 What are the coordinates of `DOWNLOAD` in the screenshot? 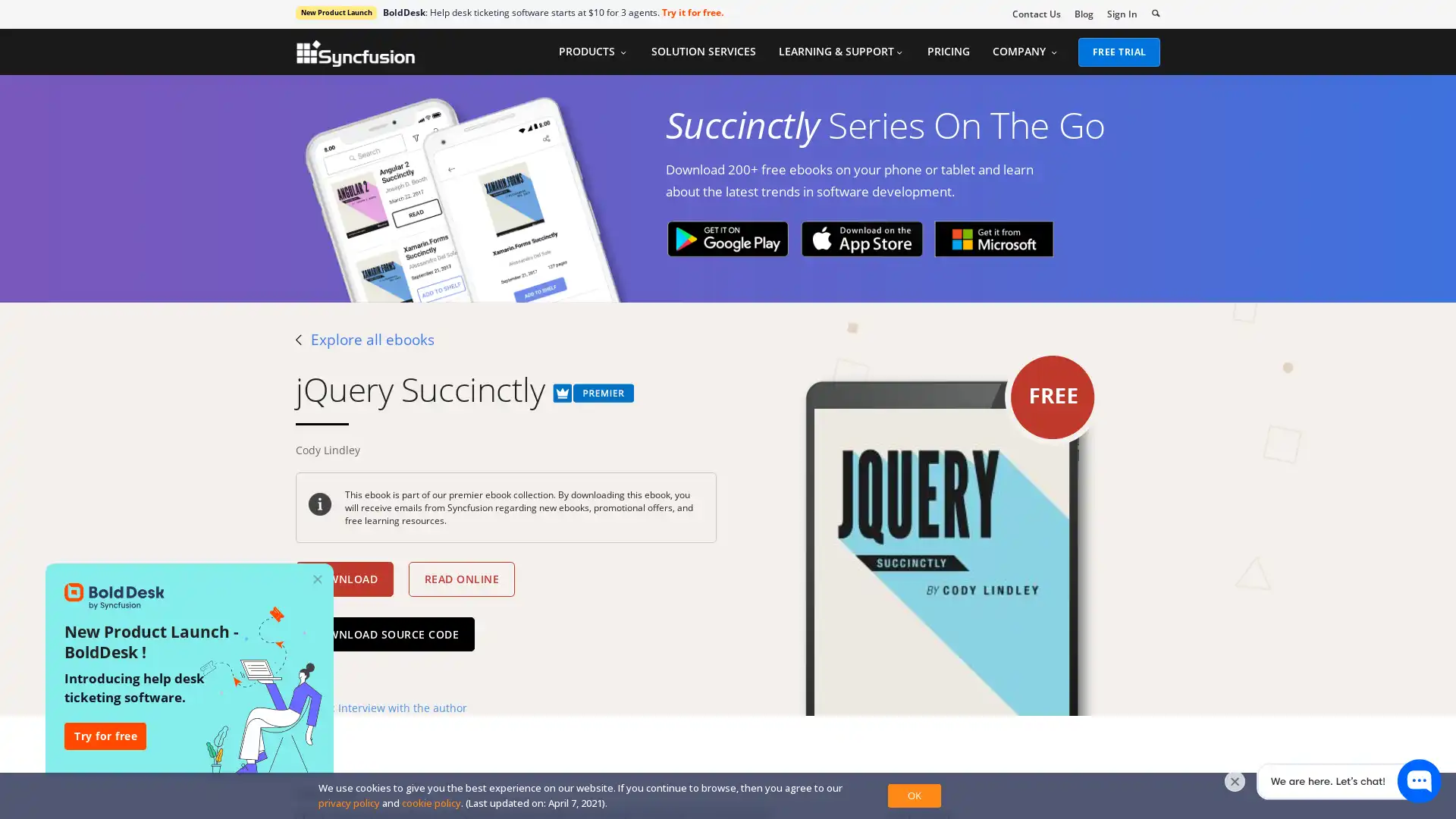 It's located at (344, 579).